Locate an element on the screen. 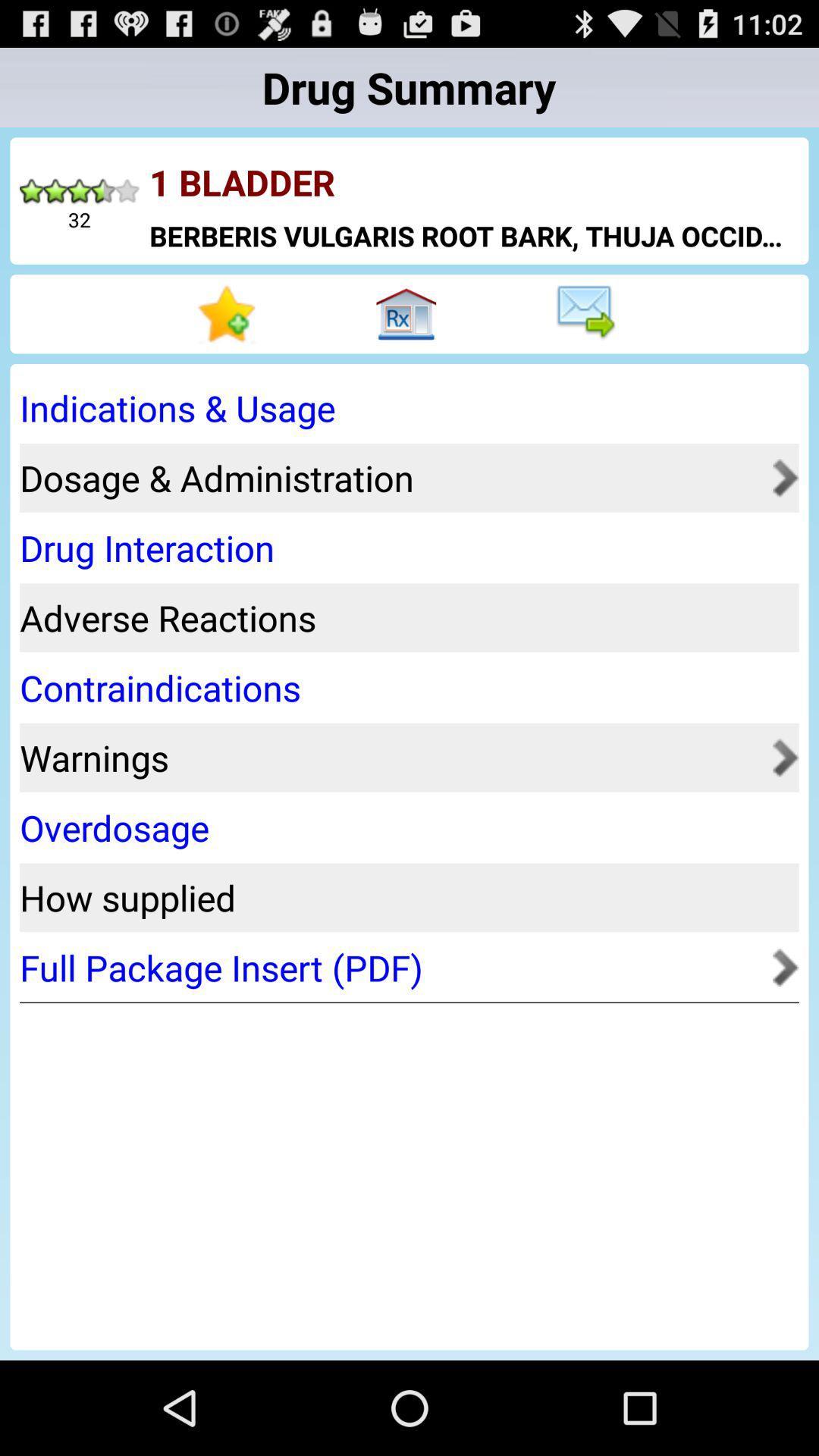 The width and height of the screenshot is (819, 1456). this article is located at coordinates (230, 313).